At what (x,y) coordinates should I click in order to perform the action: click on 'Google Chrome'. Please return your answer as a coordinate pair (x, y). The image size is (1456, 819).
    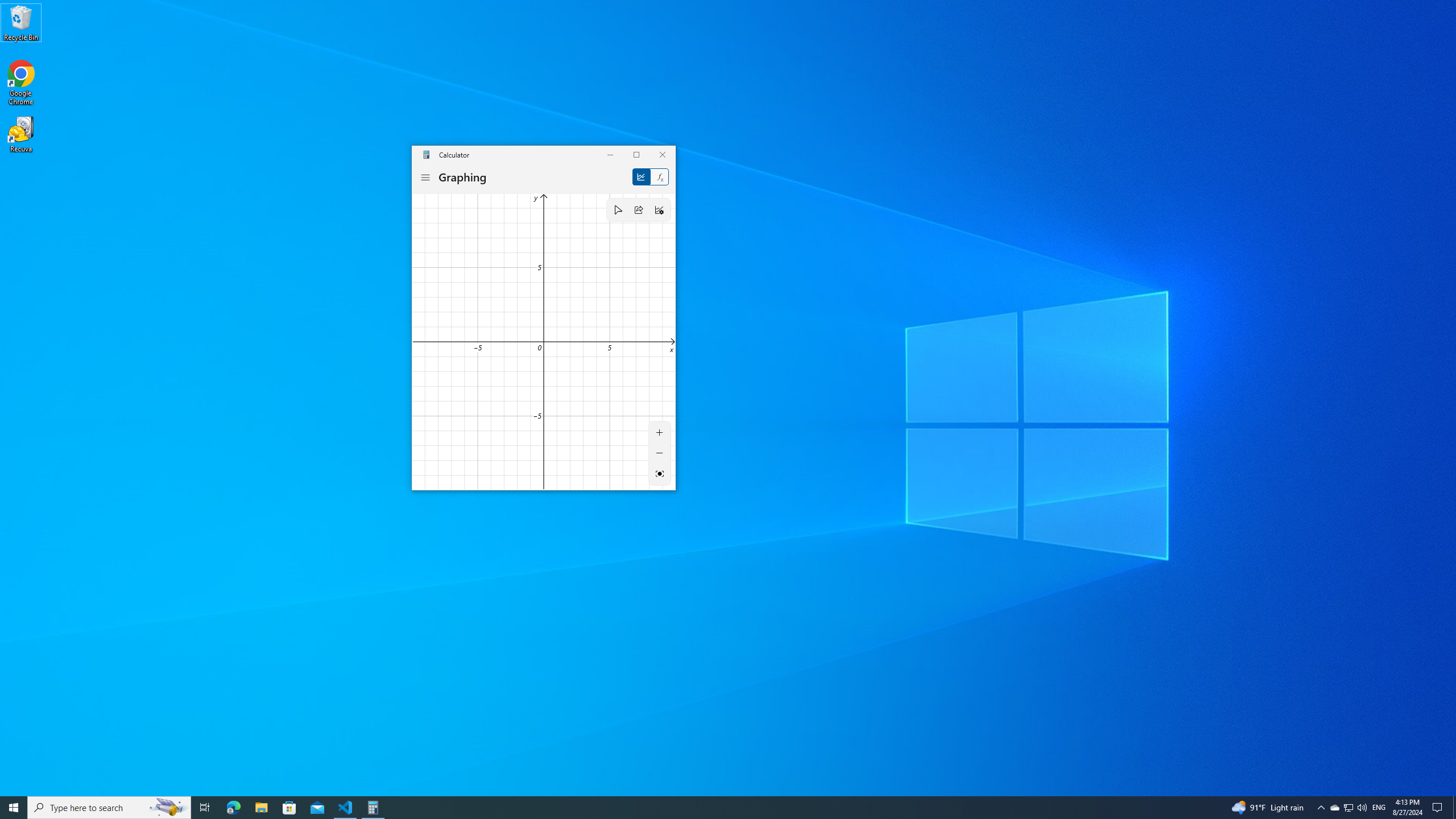
    Looking at the image, I should click on (20, 82).